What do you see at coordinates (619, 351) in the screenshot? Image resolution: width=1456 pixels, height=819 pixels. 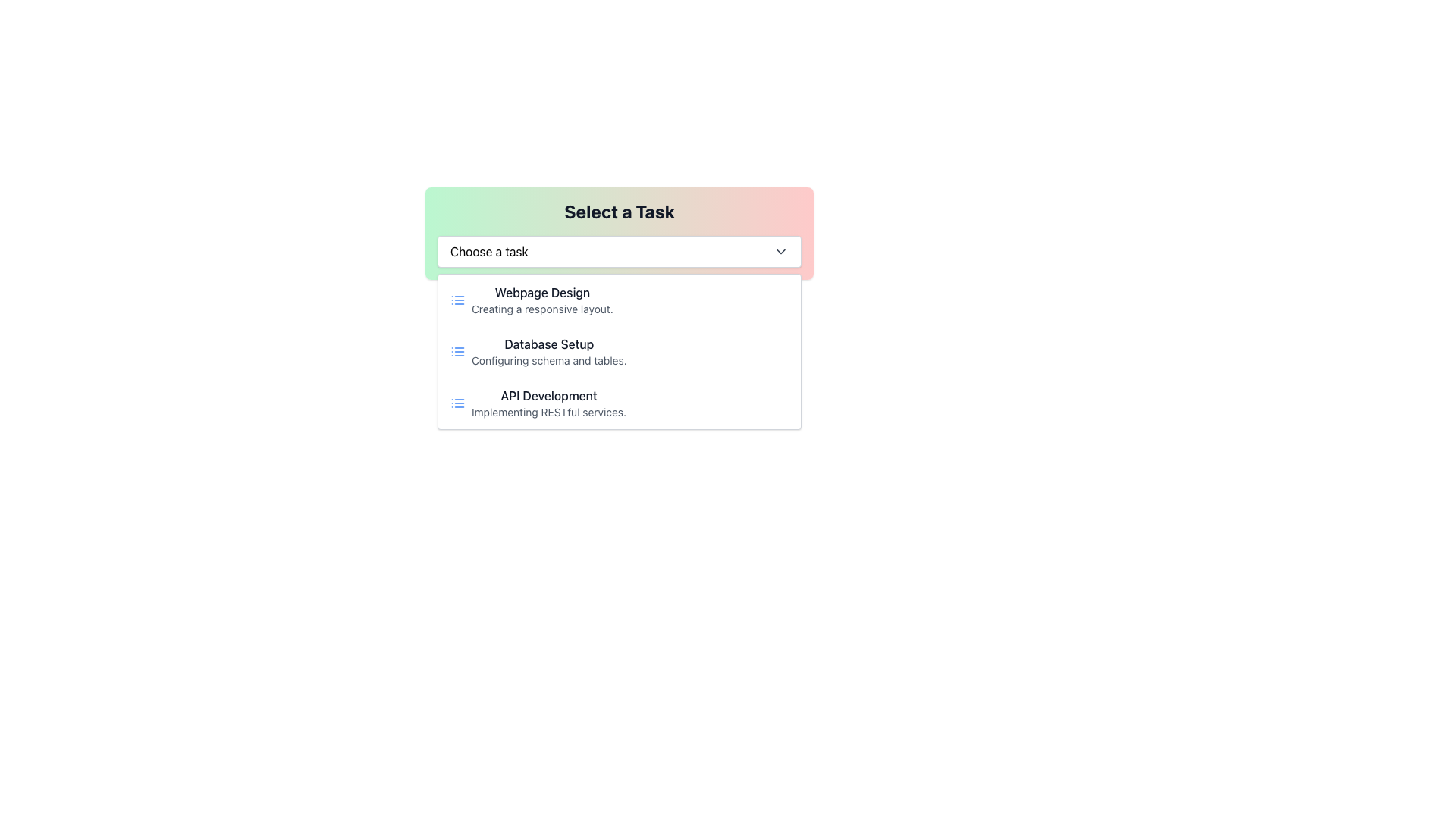 I see `the second item in the dropdown list under the header 'Select a Task'` at bounding box center [619, 351].